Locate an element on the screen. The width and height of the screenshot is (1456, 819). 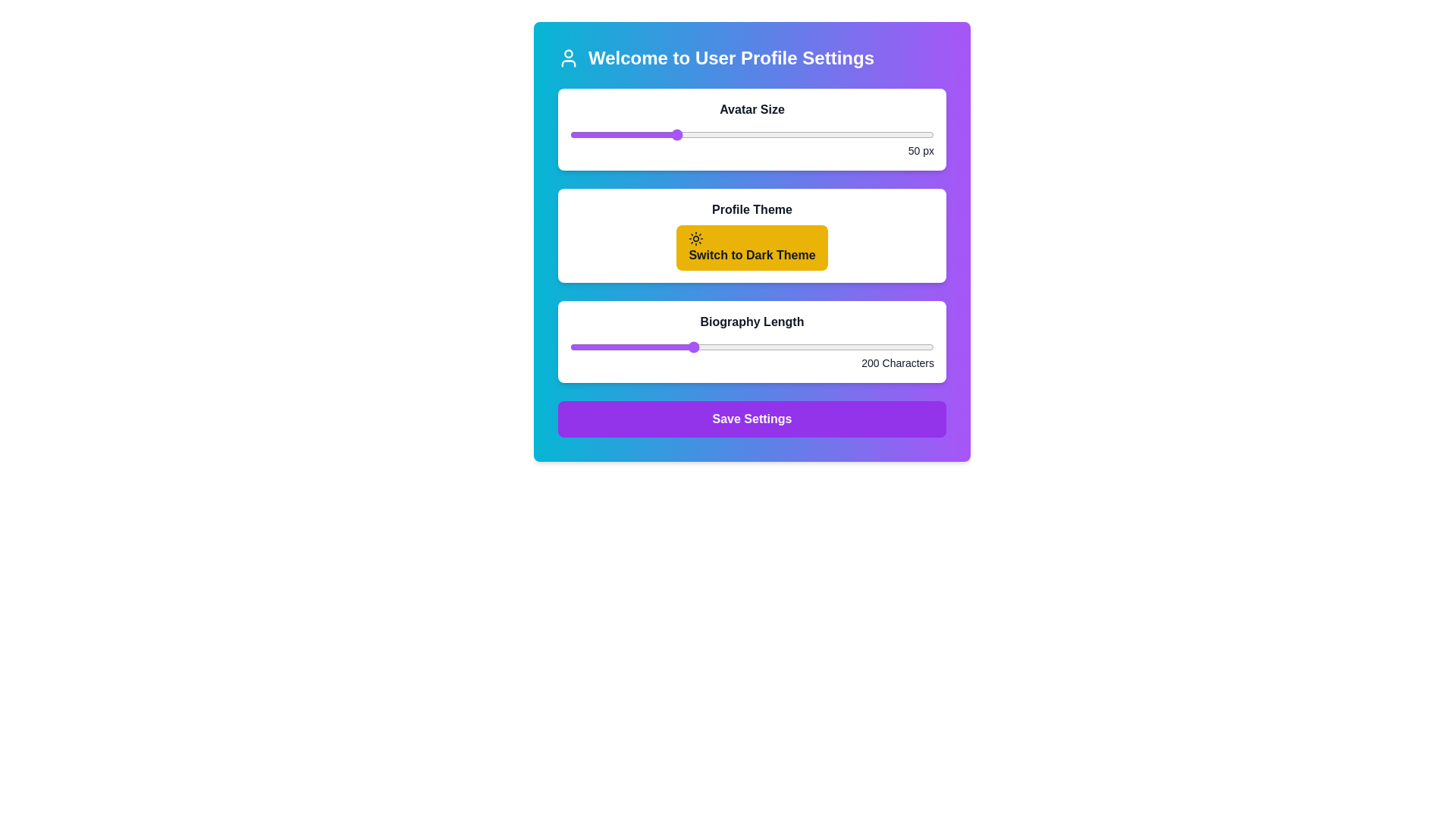
the slider is located at coordinates (679, 133).